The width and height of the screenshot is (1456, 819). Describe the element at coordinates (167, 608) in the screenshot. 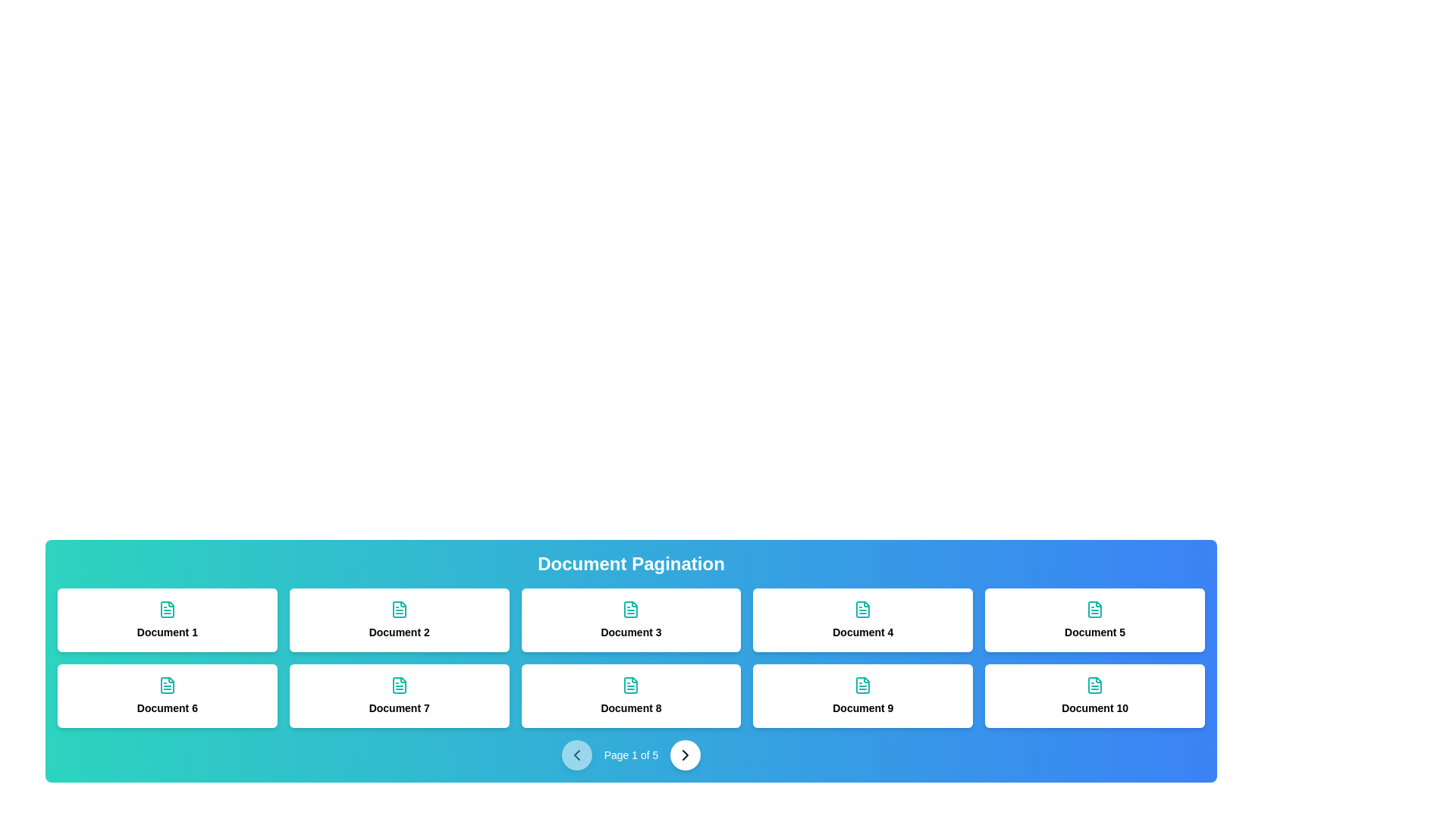

I see `the document icon representing 'Document 1' in the first grid section of documents` at that location.